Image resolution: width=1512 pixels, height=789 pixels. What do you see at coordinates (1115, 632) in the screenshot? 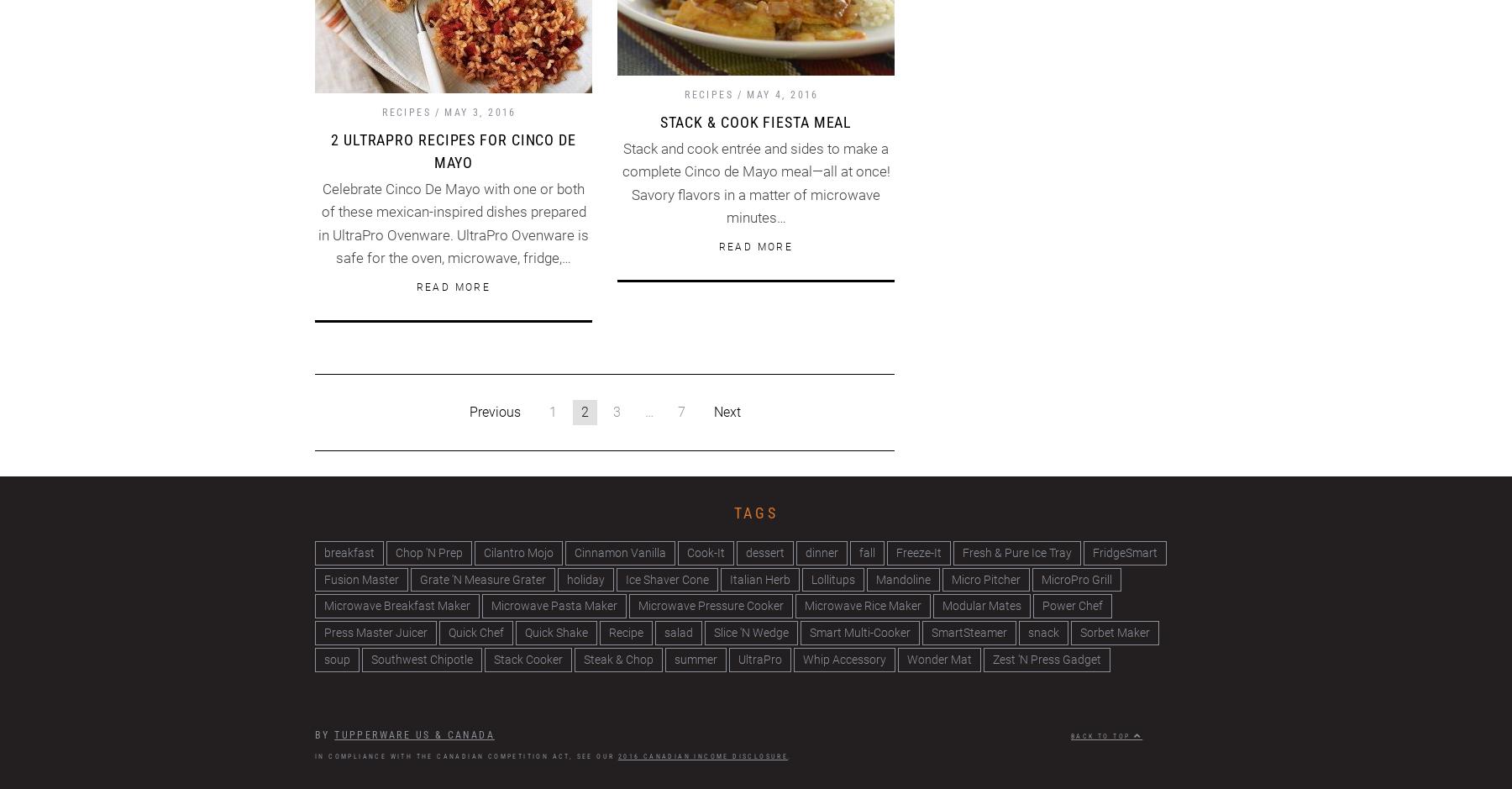
I see `'Sorbet Maker'` at bounding box center [1115, 632].